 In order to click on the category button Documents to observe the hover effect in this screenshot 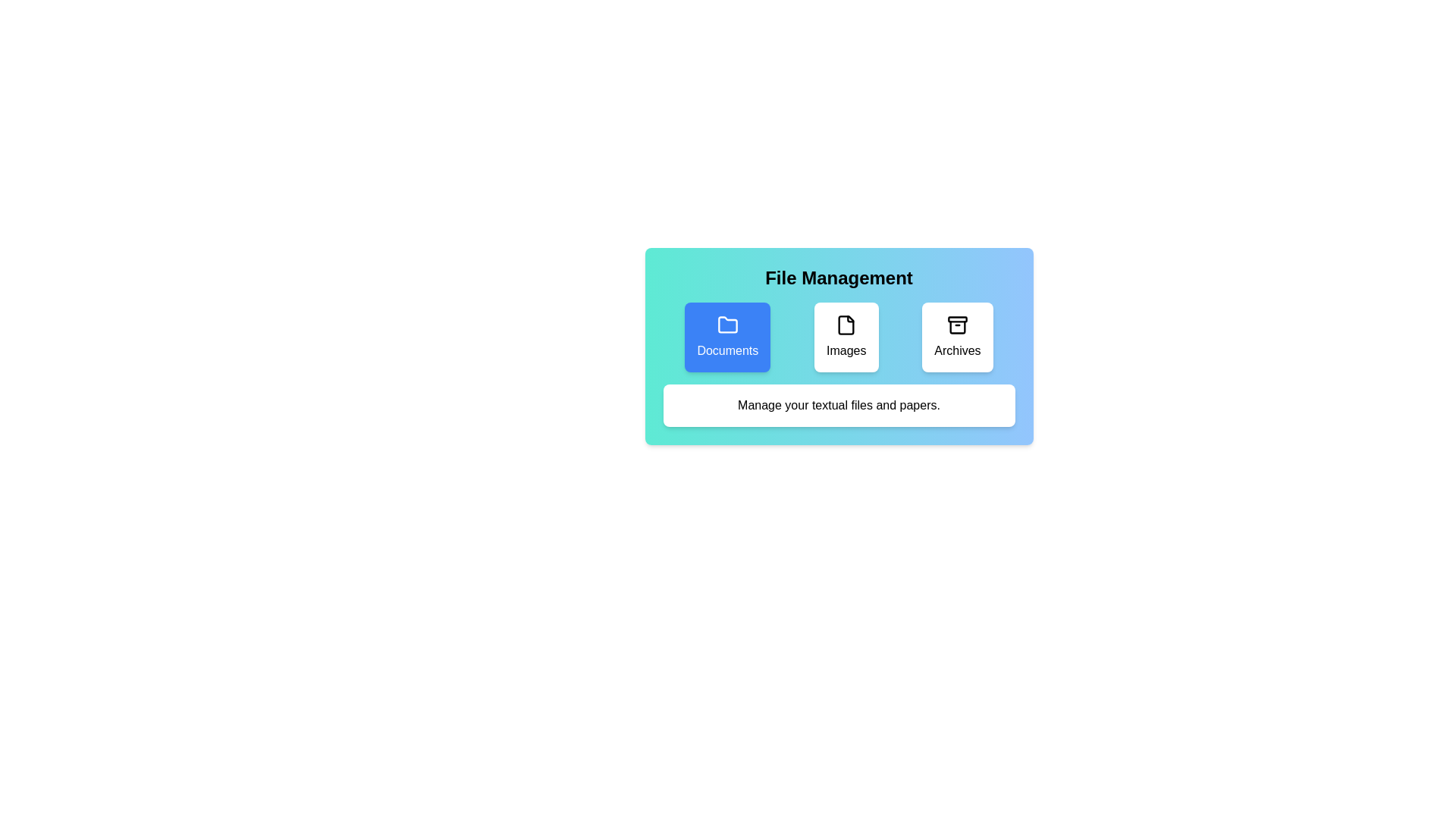, I will do `click(726, 336)`.